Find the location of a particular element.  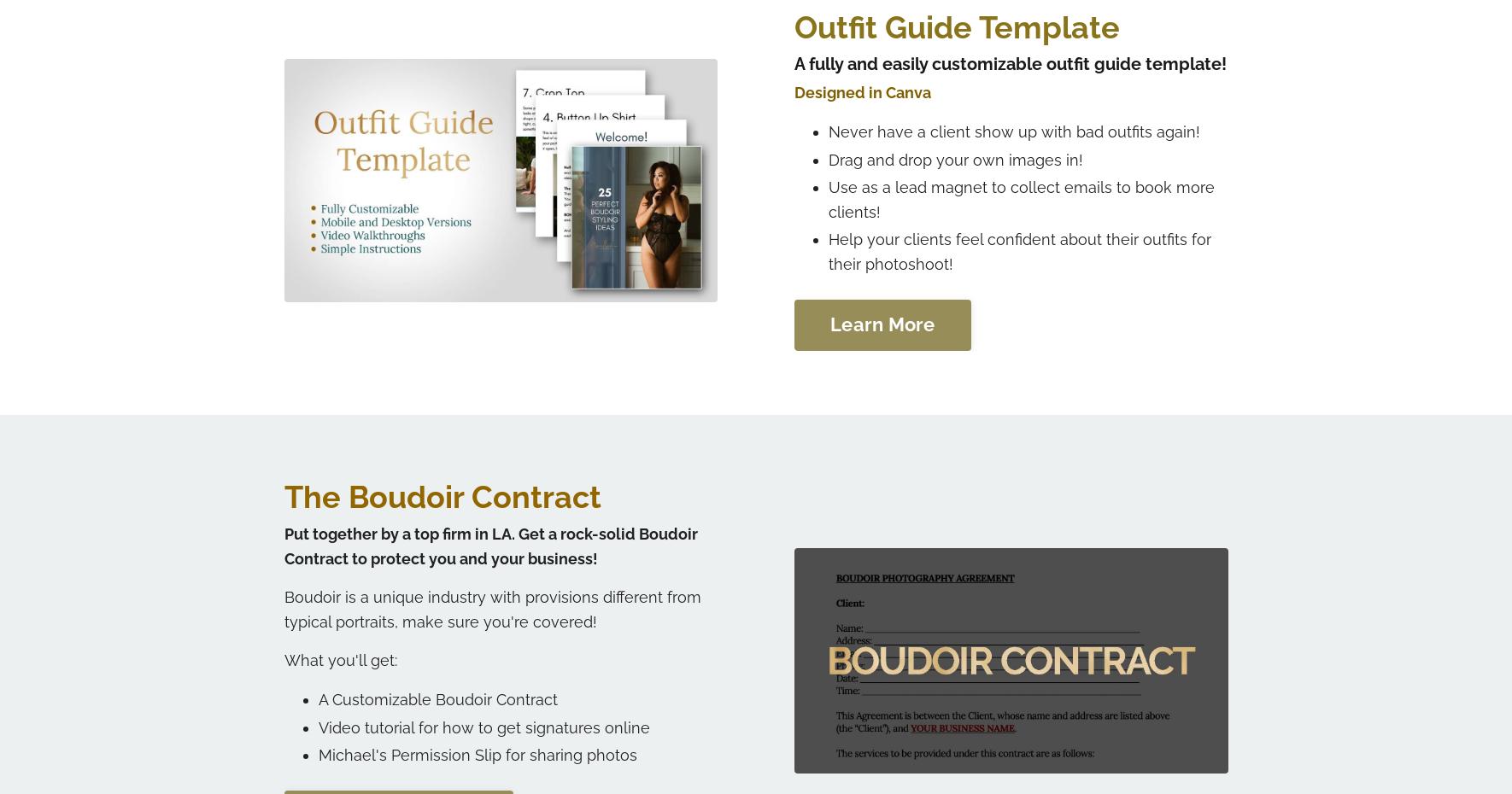

'Designed in Canva' is located at coordinates (861, 91).